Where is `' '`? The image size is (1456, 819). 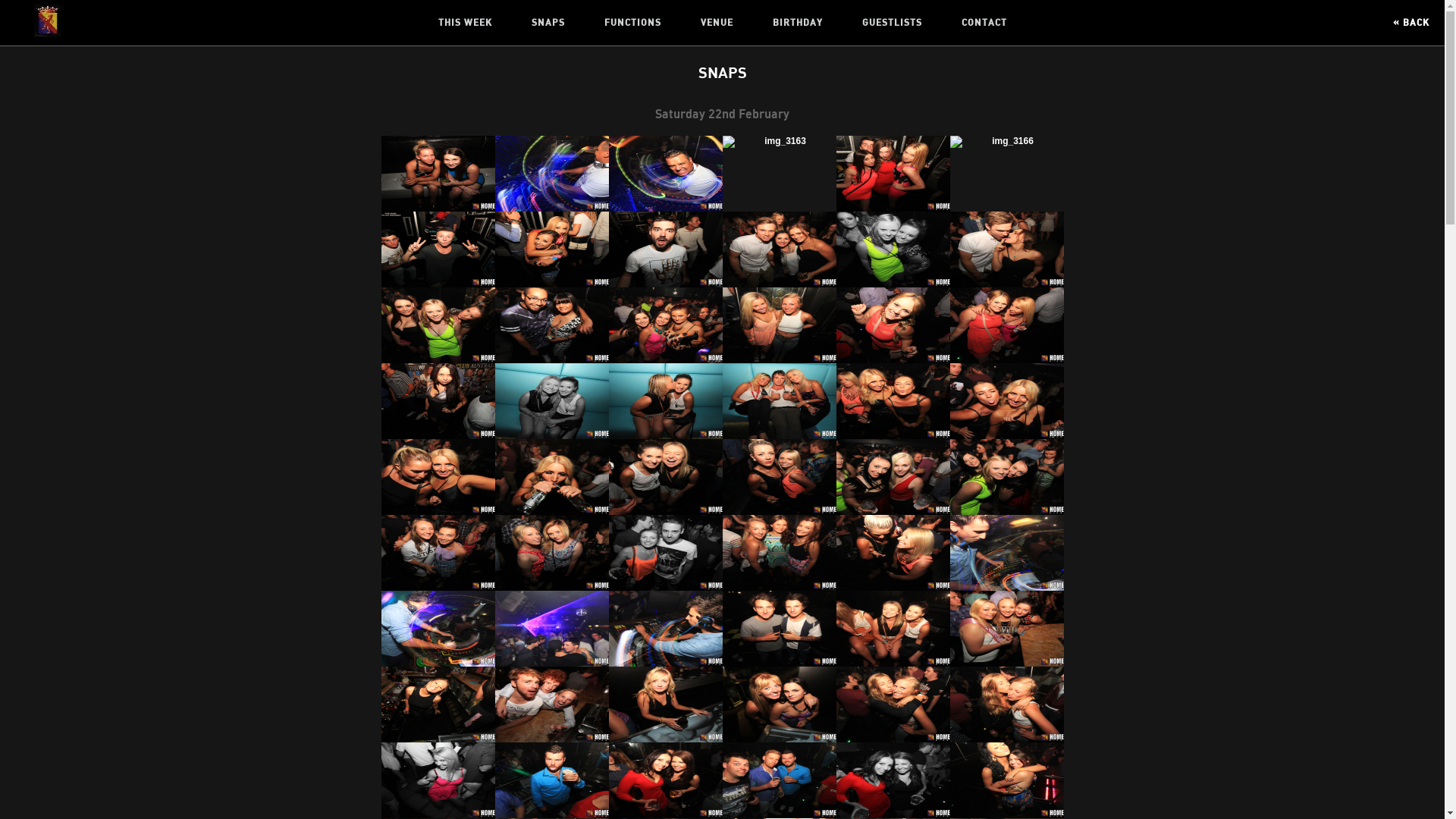 ' ' is located at coordinates (436, 704).